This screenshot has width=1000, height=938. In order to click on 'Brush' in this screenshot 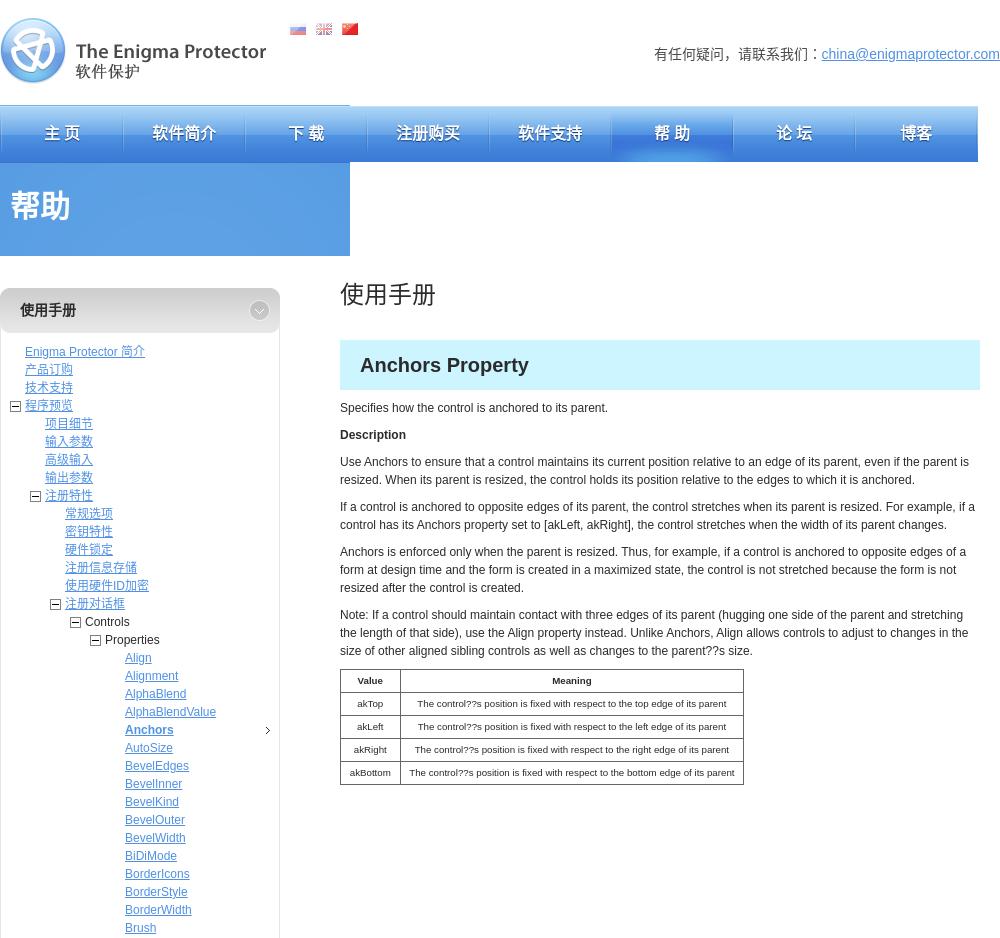, I will do `click(140, 926)`.